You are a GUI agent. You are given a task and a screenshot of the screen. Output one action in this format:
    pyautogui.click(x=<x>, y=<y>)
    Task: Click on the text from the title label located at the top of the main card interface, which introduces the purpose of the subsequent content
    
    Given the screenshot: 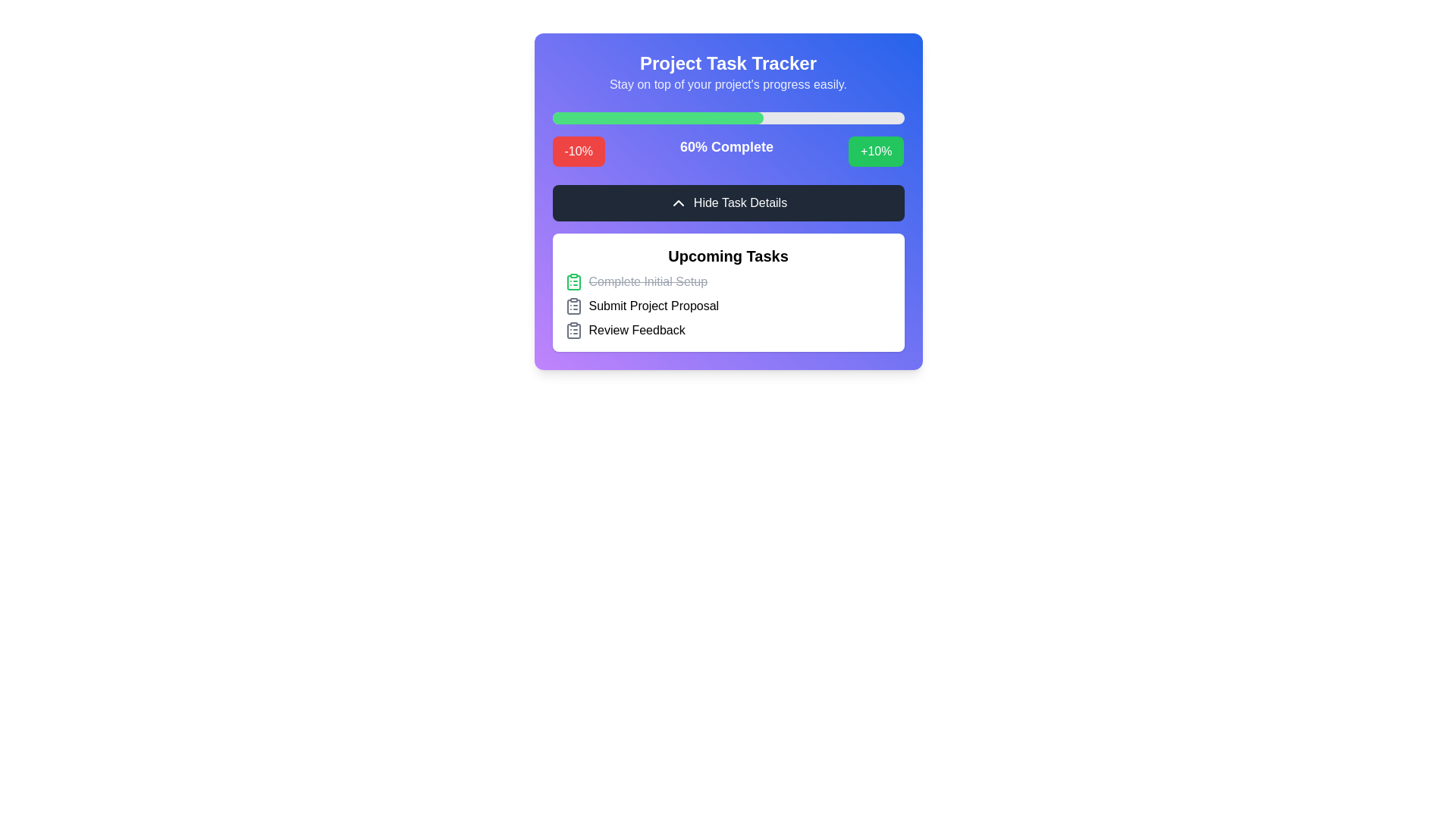 What is the action you would take?
    pyautogui.click(x=728, y=63)
    